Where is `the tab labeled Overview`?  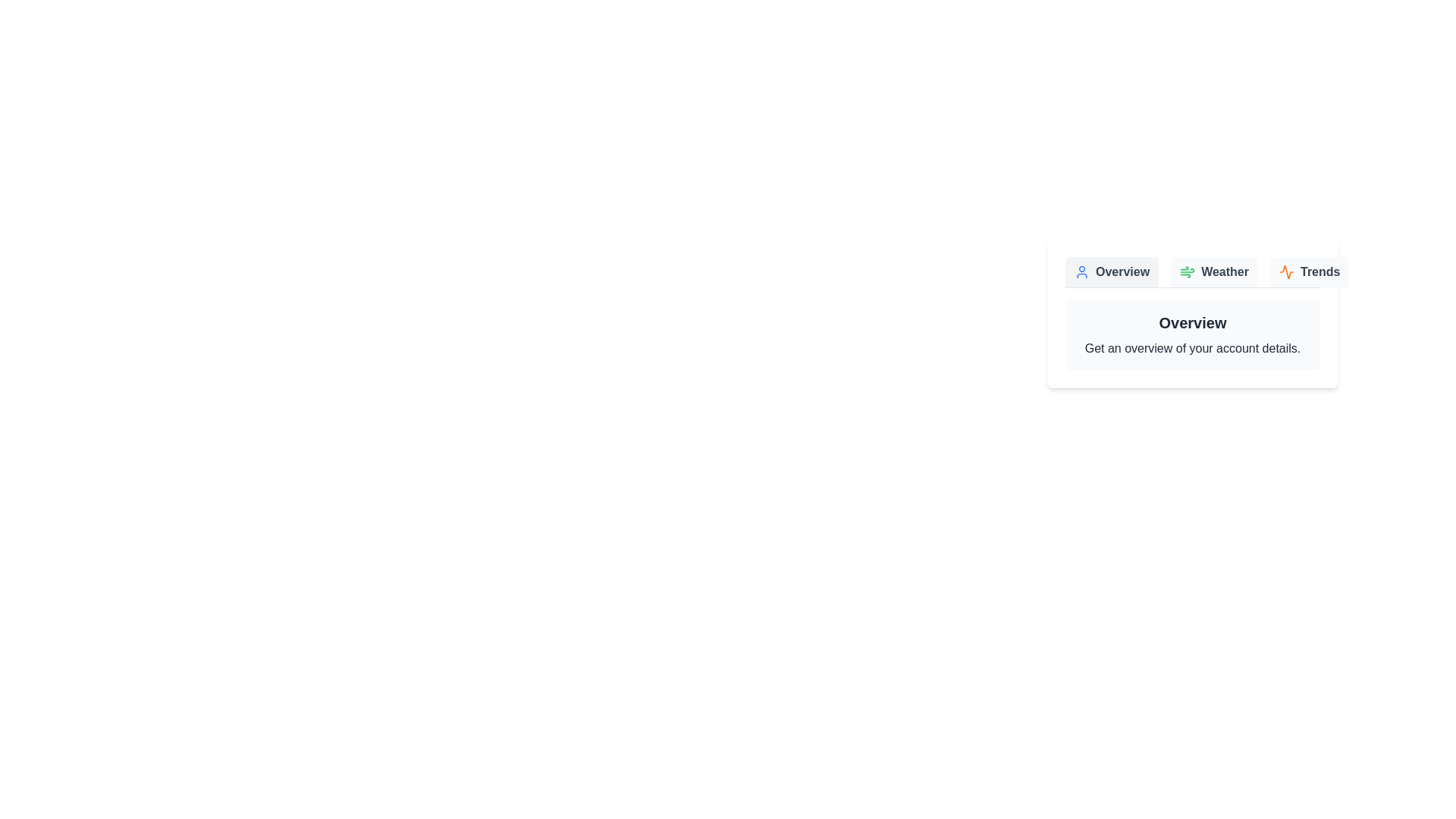
the tab labeled Overview is located at coordinates (1112, 271).